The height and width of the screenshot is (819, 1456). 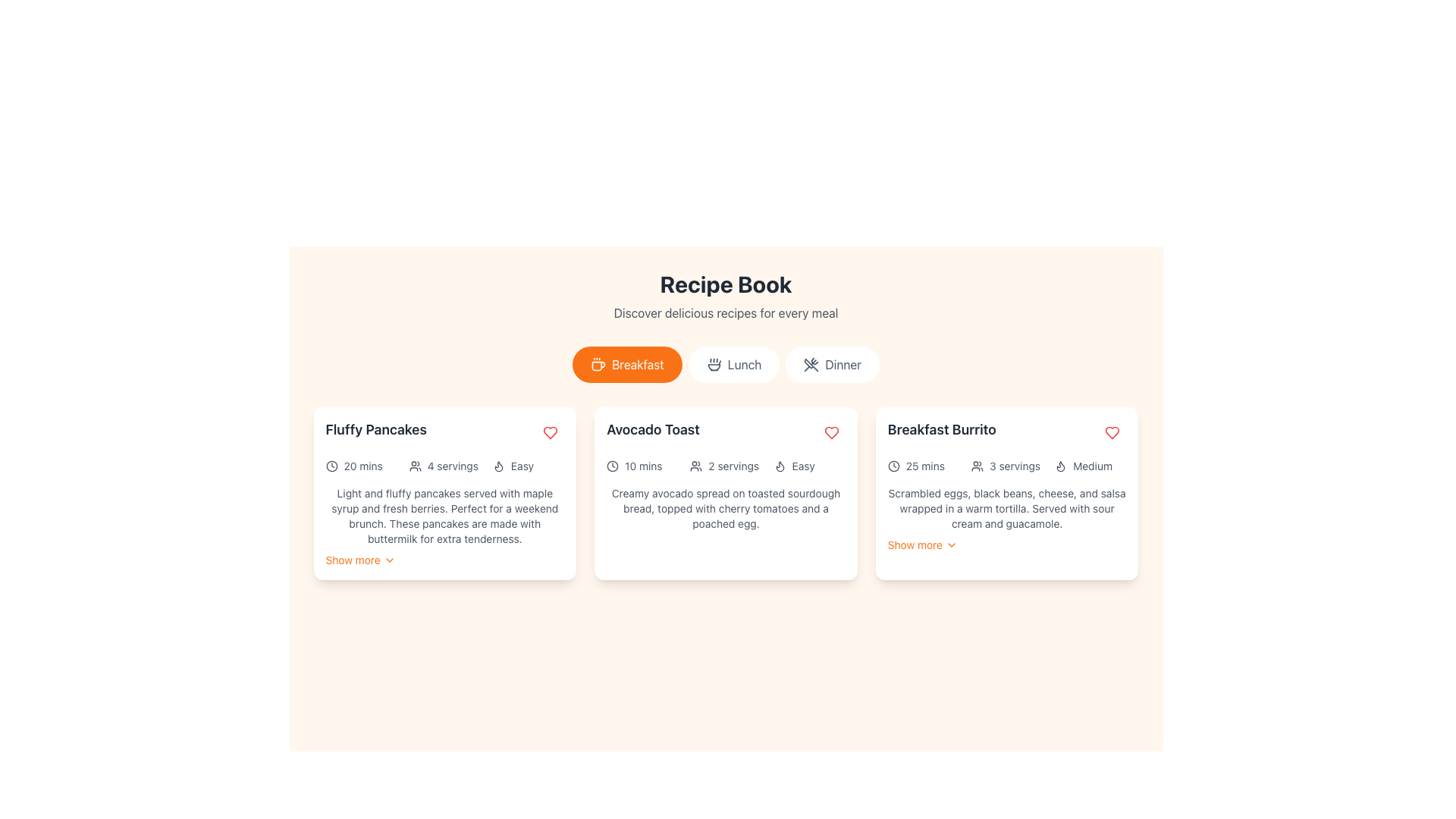 I want to click on the flame icon styled as an SVG graphic located in the top-right section of the 'Avocado Toast' recipe card, near the label 'Easy', so click(x=780, y=466).